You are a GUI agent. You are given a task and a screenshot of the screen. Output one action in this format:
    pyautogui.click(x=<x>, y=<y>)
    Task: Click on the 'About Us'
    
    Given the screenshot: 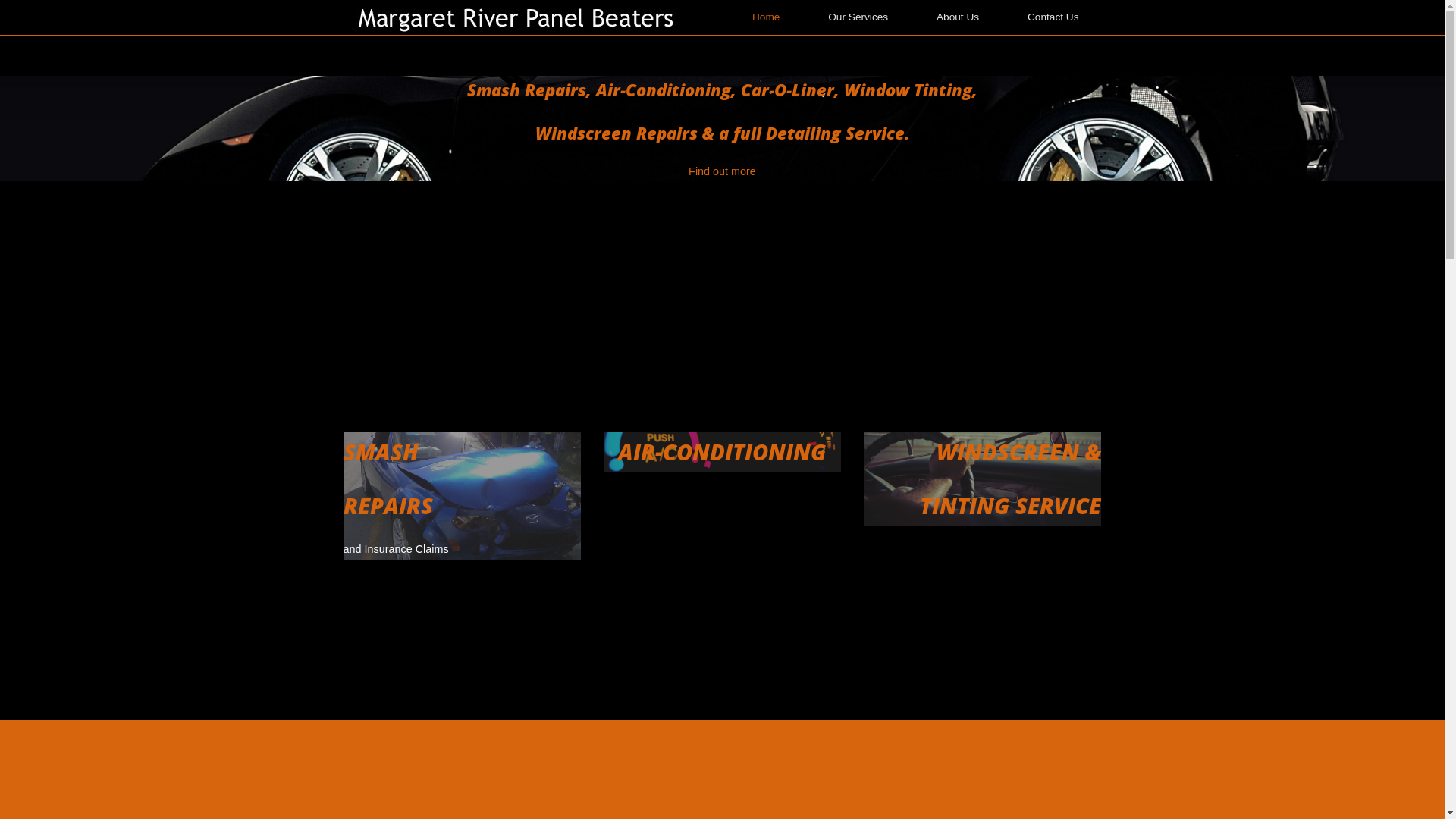 What is the action you would take?
    pyautogui.click(x=956, y=17)
    